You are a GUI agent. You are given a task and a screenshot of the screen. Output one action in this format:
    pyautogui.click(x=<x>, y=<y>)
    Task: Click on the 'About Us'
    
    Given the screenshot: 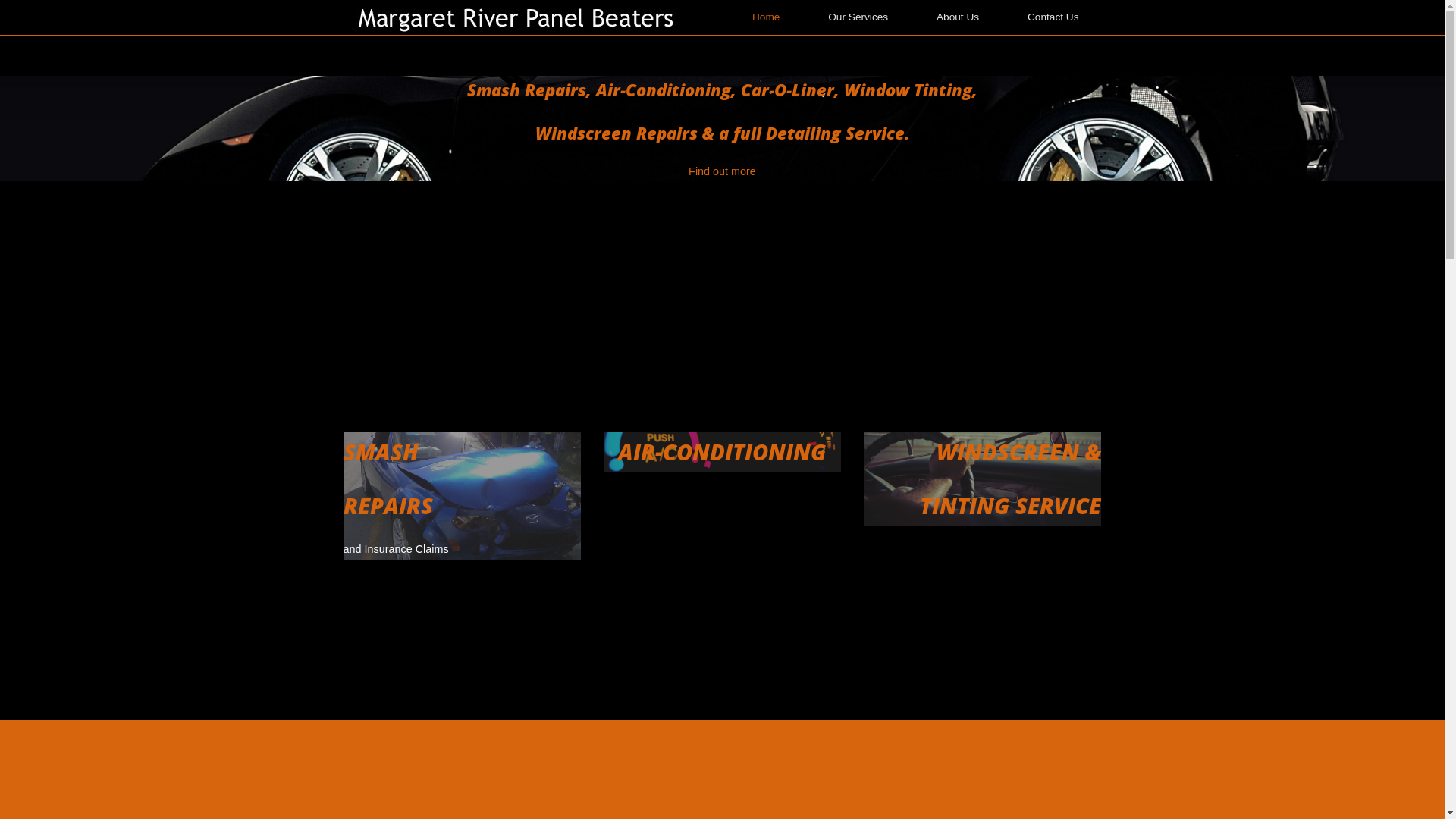 What is the action you would take?
    pyautogui.click(x=956, y=17)
    